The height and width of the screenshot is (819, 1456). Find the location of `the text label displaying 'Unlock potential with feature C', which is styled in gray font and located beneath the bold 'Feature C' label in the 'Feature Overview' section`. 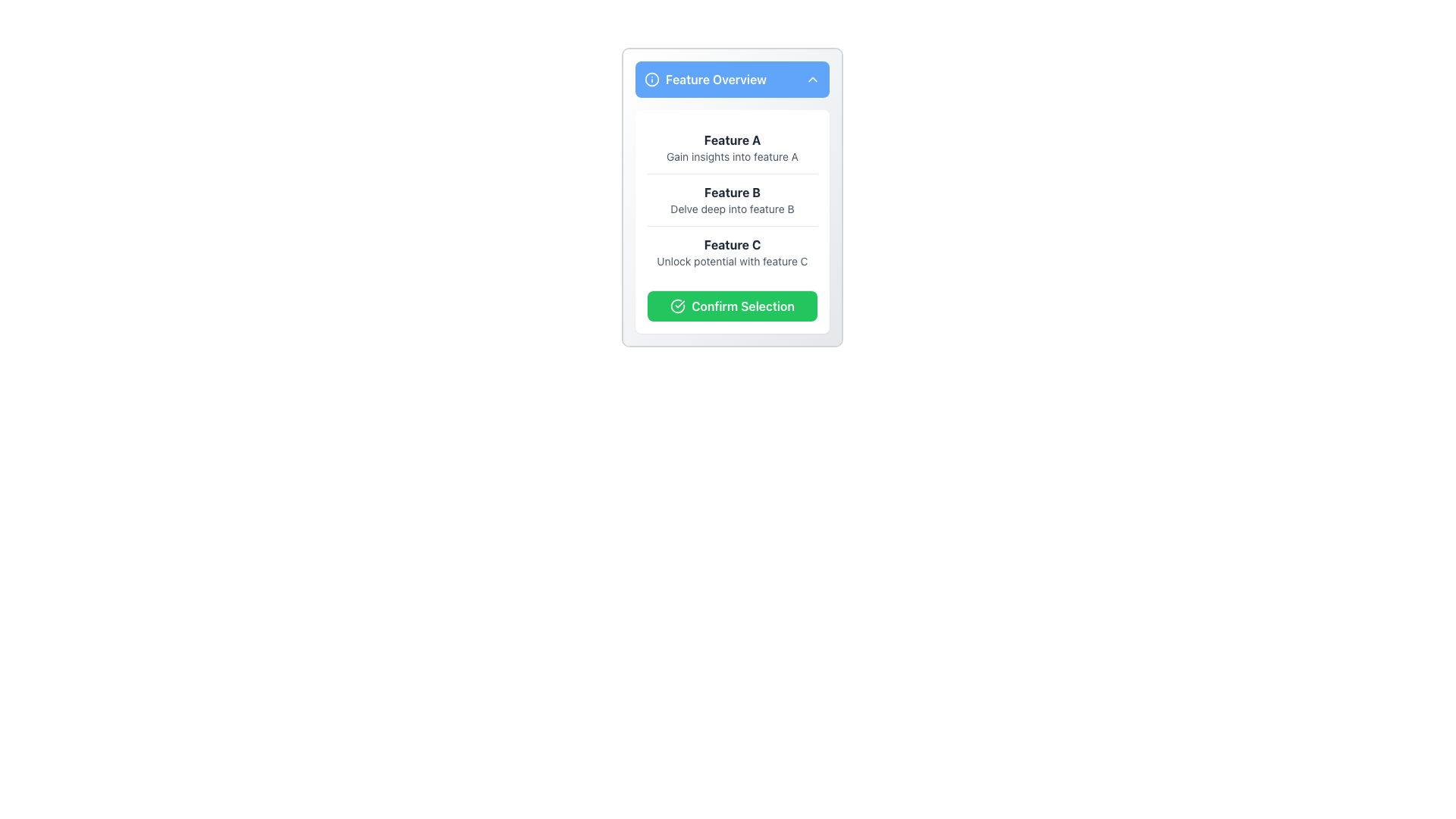

the text label displaying 'Unlock potential with feature C', which is styled in gray font and located beneath the bold 'Feature C' label in the 'Feature Overview' section is located at coordinates (732, 260).